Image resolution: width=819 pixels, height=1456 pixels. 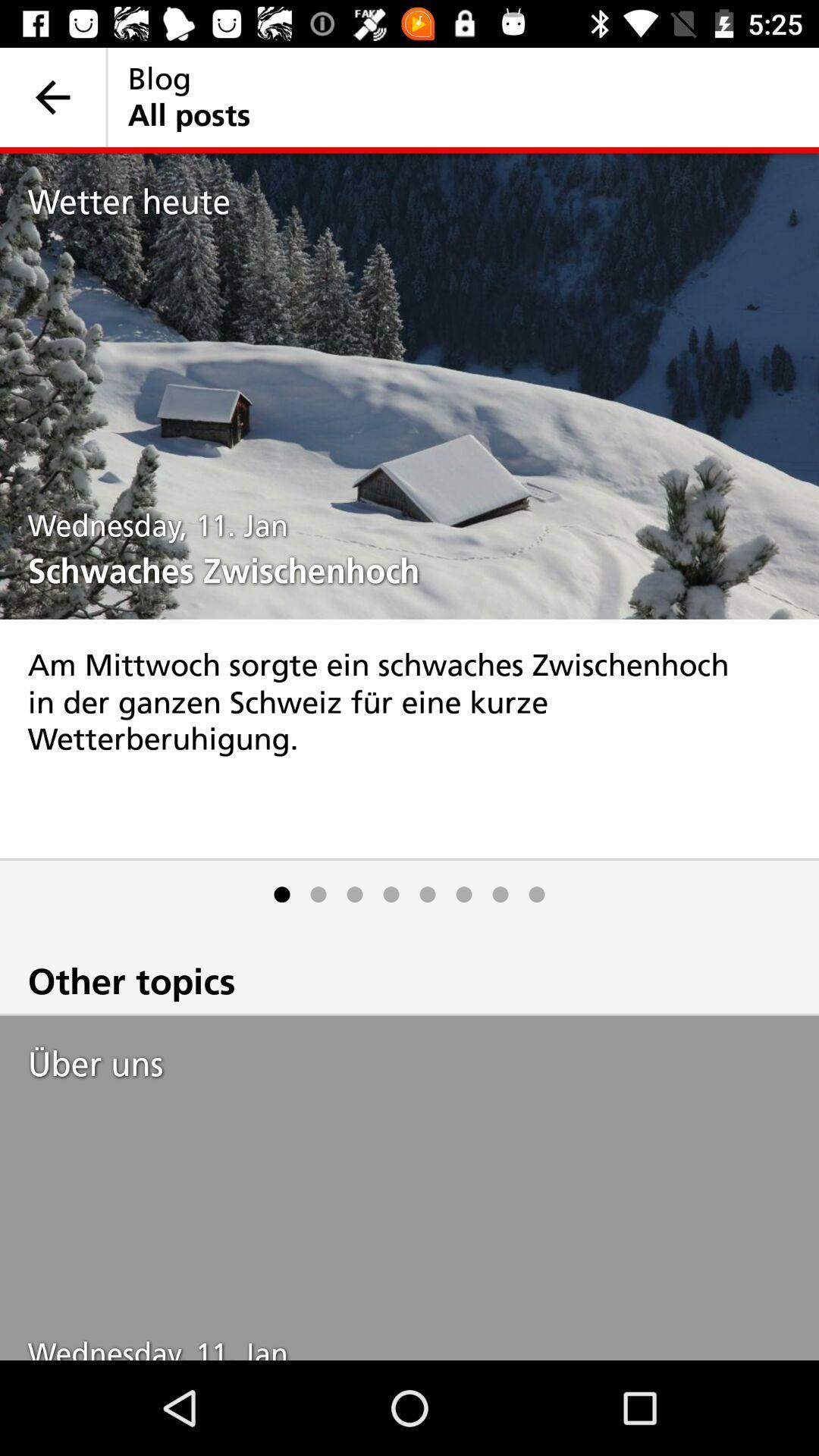 What do you see at coordinates (318, 894) in the screenshot?
I see `item below the am mittwoch sorgte icon` at bounding box center [318, 894].